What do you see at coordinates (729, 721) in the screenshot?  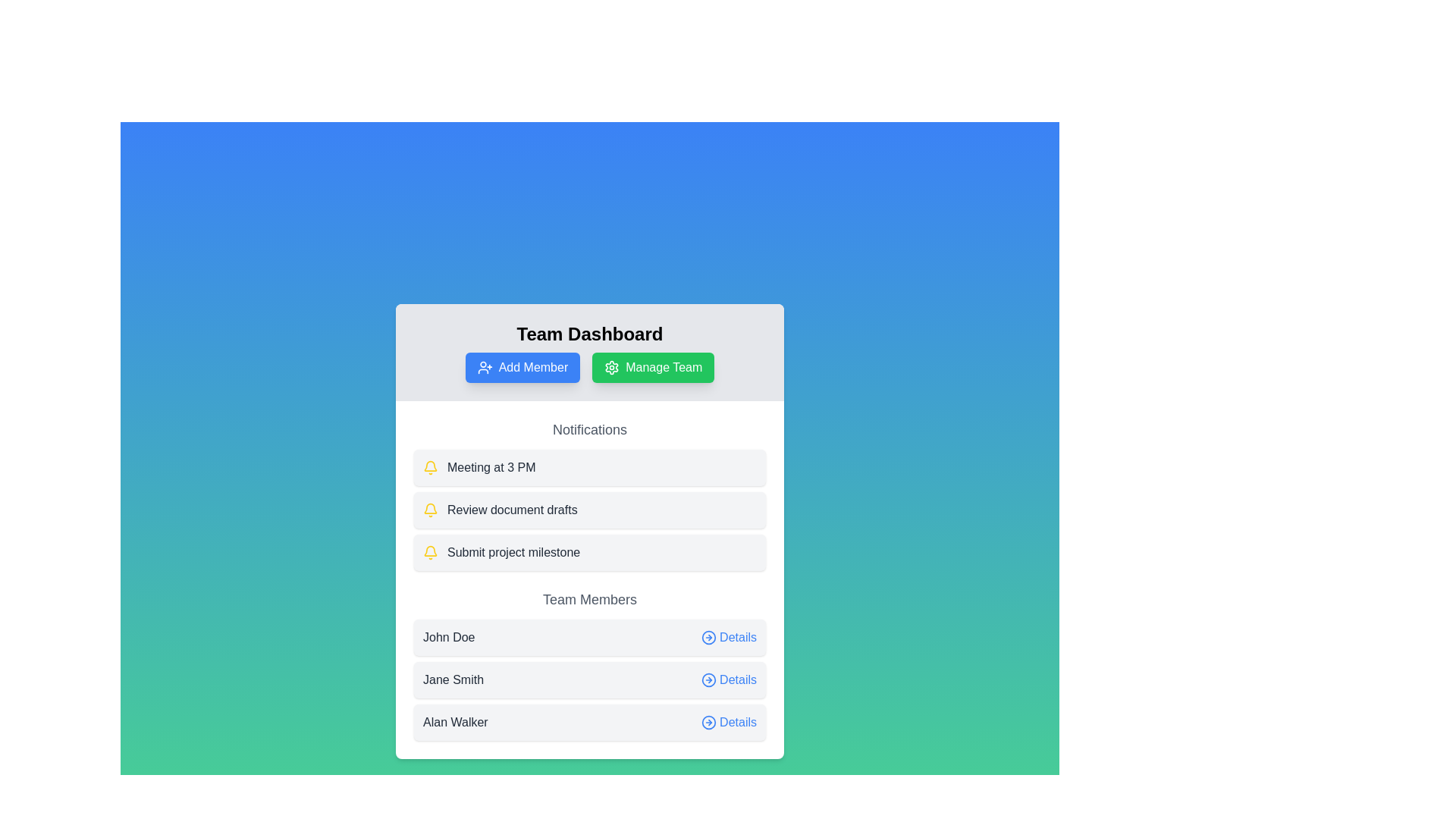 I see `the blue 'Details' link with a right arrow icon next to 'Alan Walker' in the Team Members list` at bounding box center [729, 721].